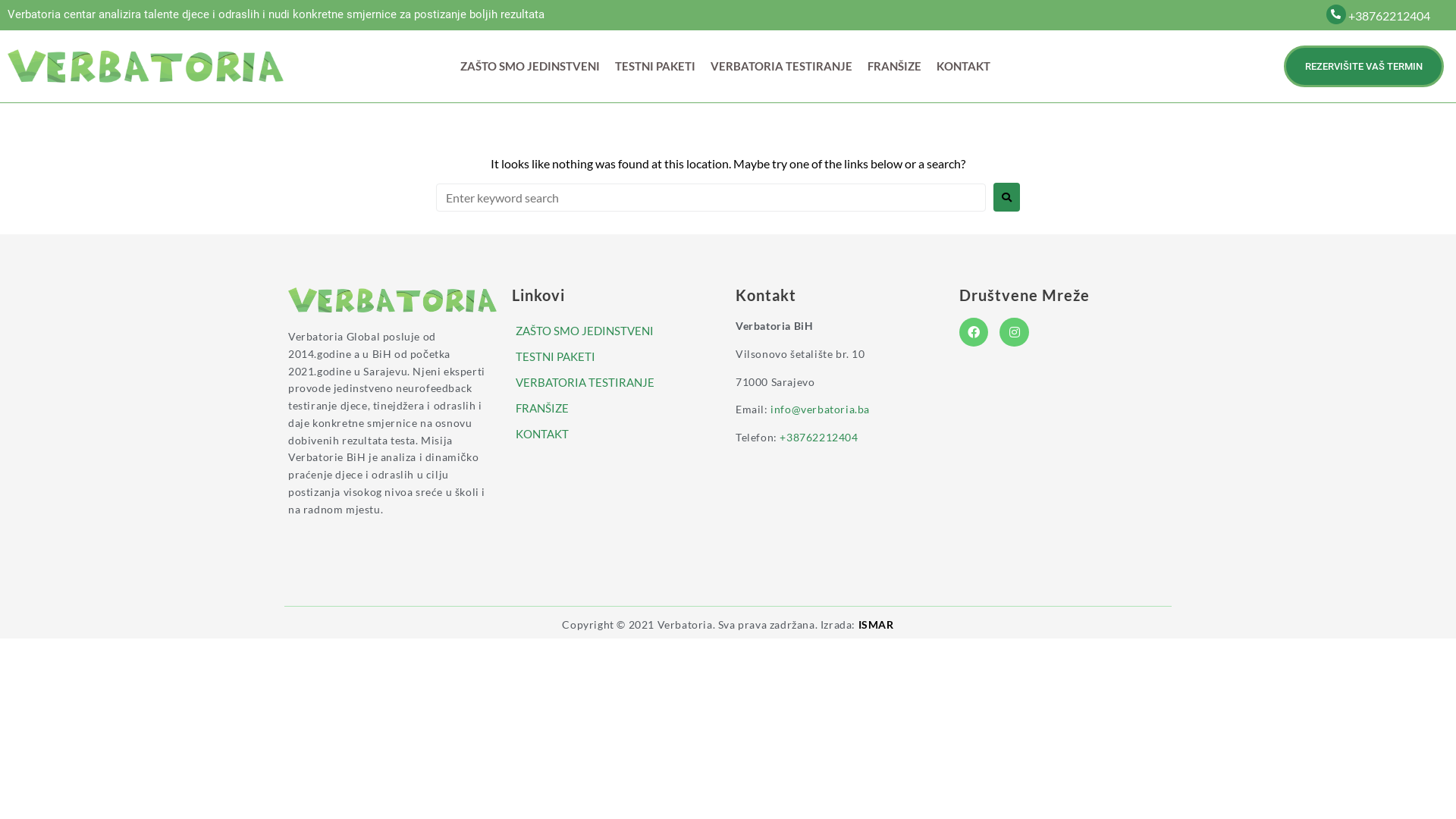 The height and width of the screenshot is (819, 1456). Describe the element at coordinates (612, 433) in the screenshot. I see `'KONTAKT'` at that location.